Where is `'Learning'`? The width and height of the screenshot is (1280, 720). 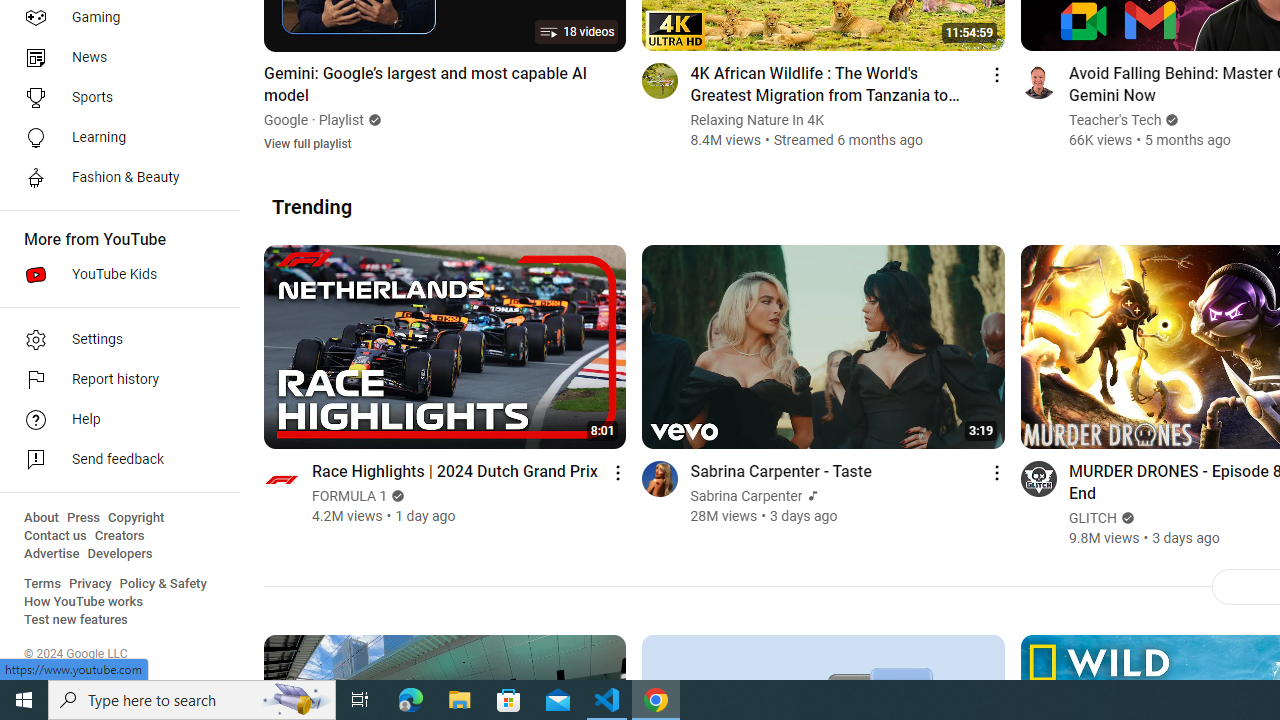
'Learning' is located at coordinates (112, 136).